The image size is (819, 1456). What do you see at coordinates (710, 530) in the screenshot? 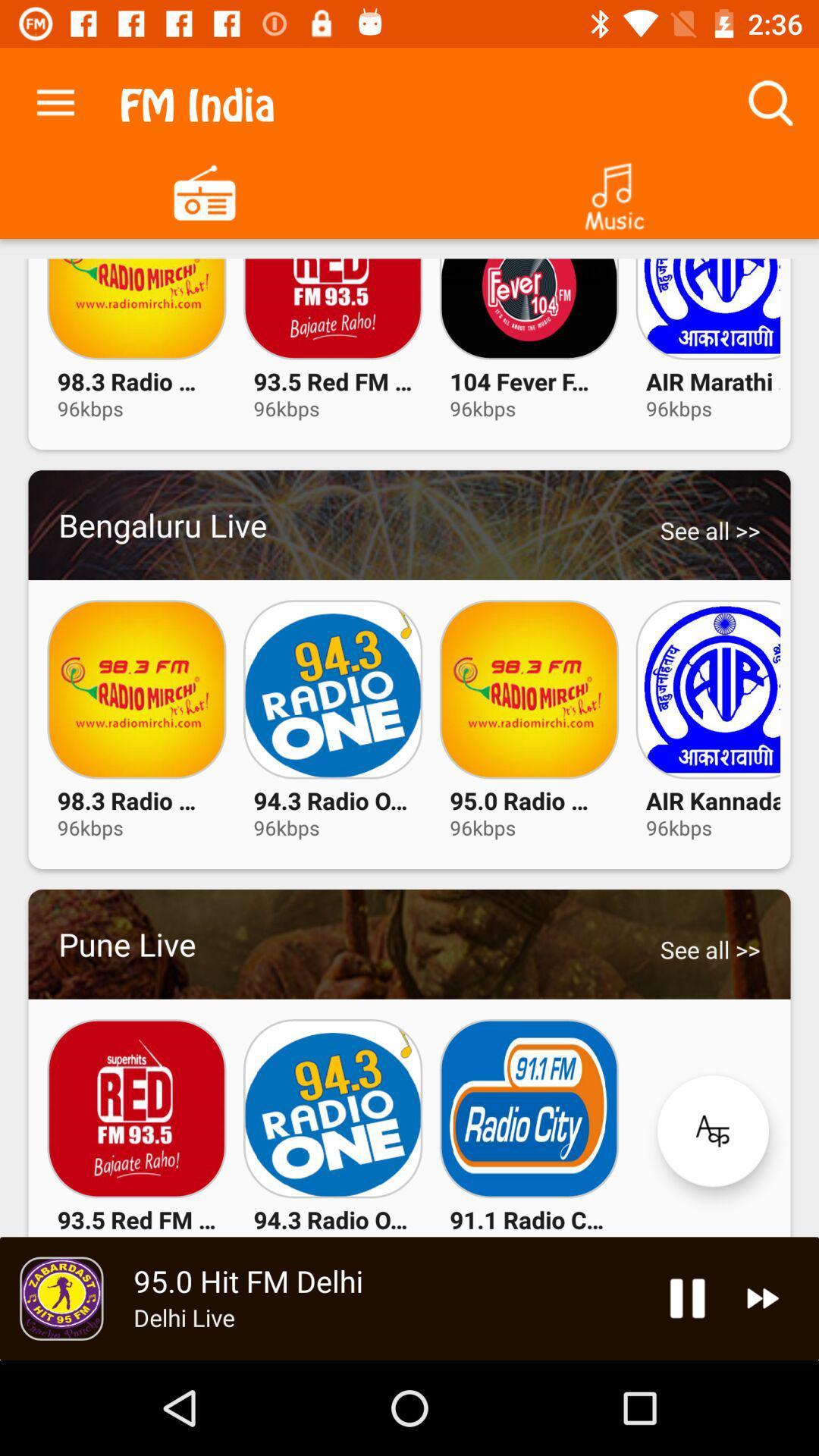
I see `the first button see all on the web page` at bounding box center [710, 530].